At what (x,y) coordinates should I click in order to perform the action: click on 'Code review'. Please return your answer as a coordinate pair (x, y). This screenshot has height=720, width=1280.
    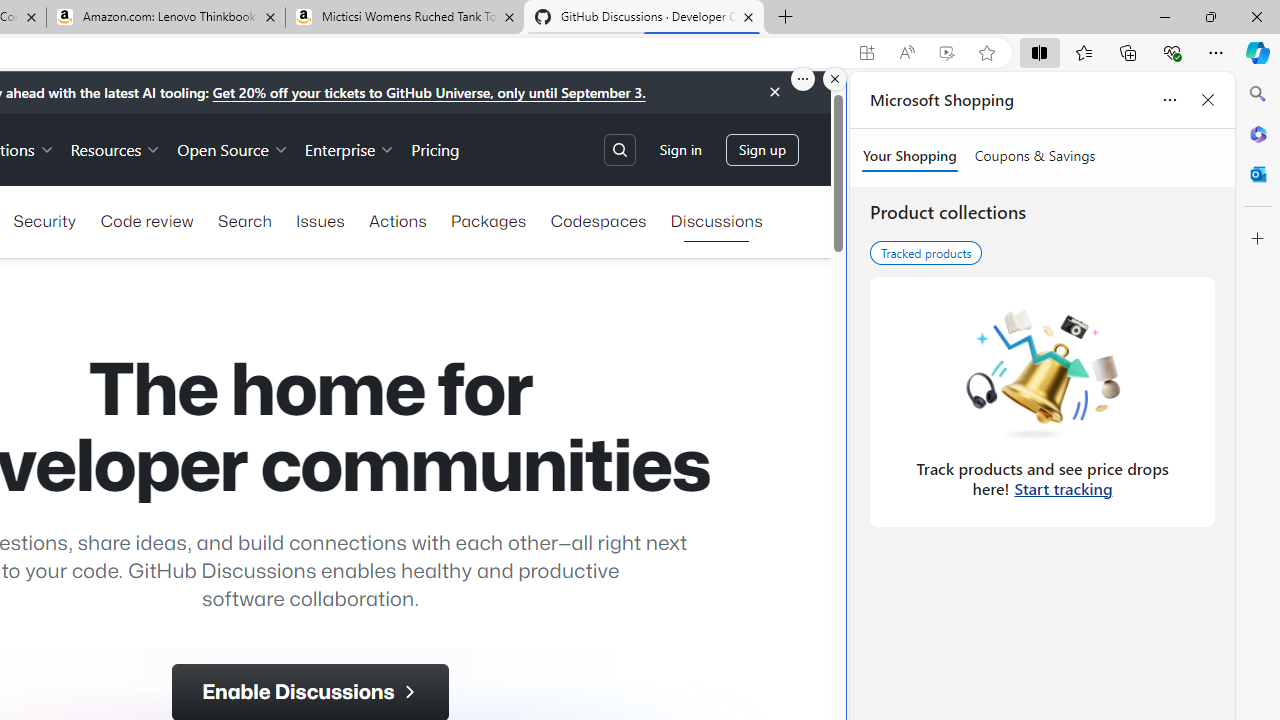
    Looking at the image, I should click on (146, 221).